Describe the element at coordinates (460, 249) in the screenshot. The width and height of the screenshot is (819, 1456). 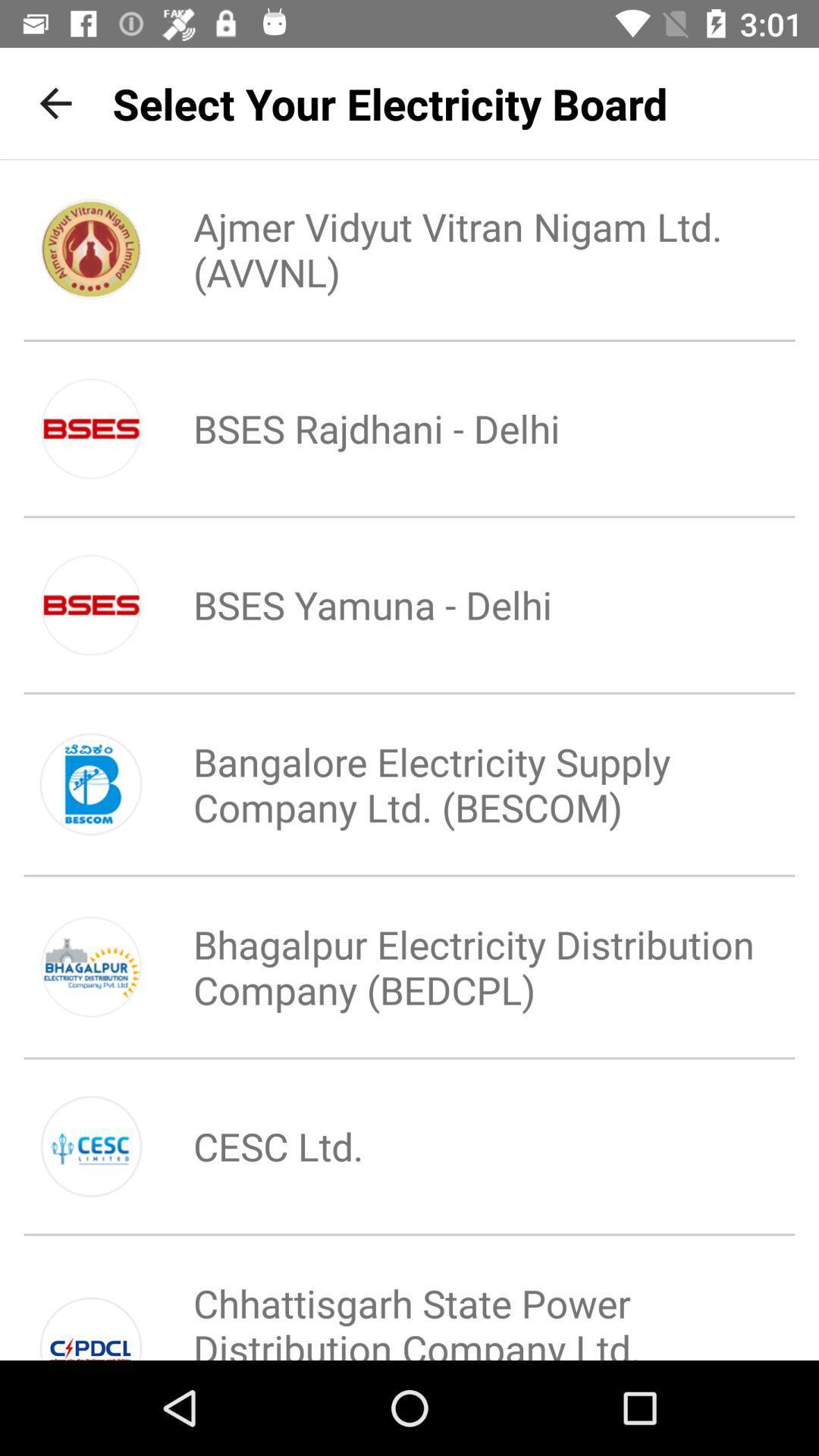
I see `ajmer vidyut vitran` at that location.